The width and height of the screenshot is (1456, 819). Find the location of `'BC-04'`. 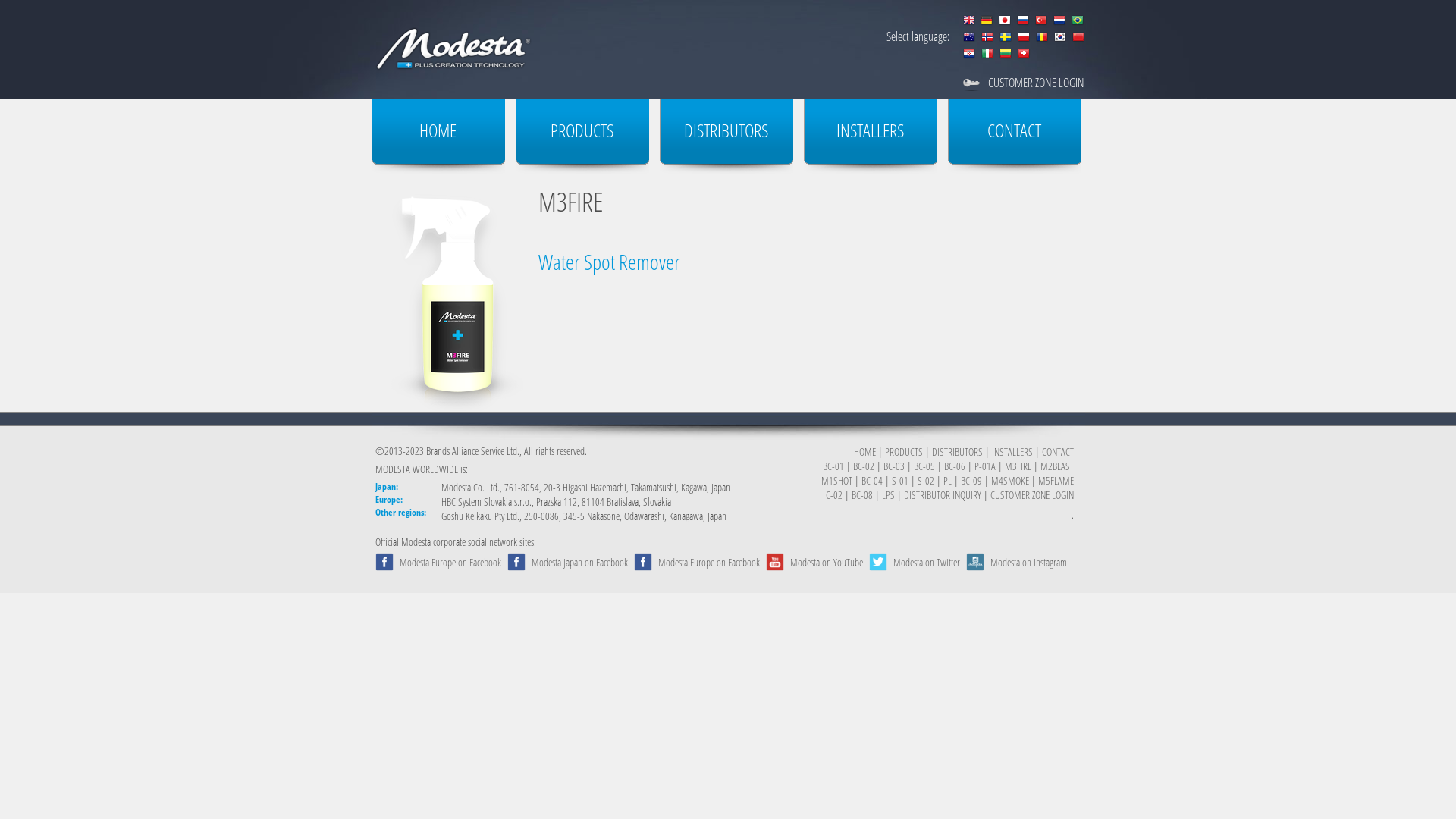

'BC-04' is located at coordinates (872, 480).